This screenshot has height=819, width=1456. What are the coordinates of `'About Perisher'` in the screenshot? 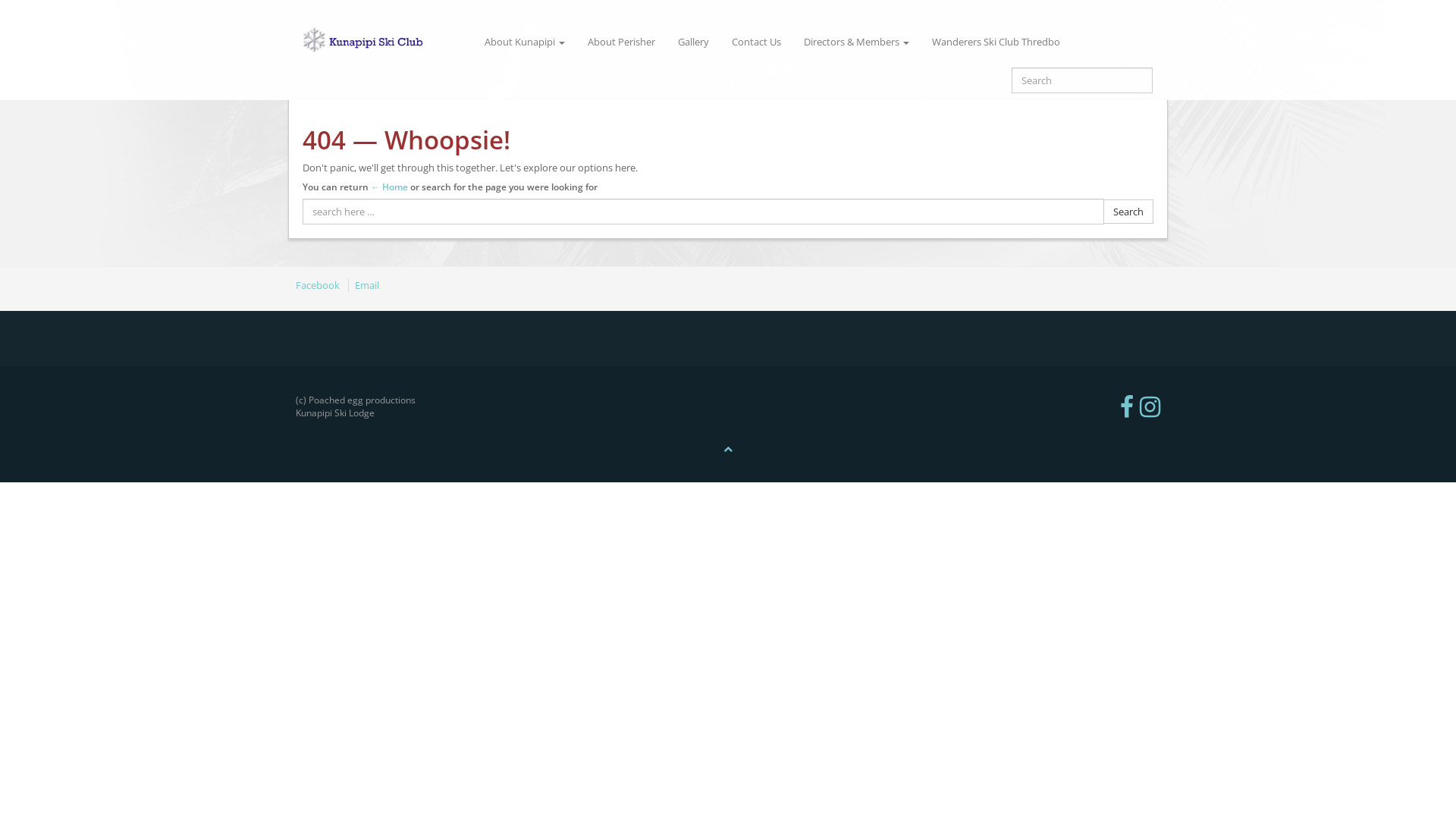 It's located at (621, 40).